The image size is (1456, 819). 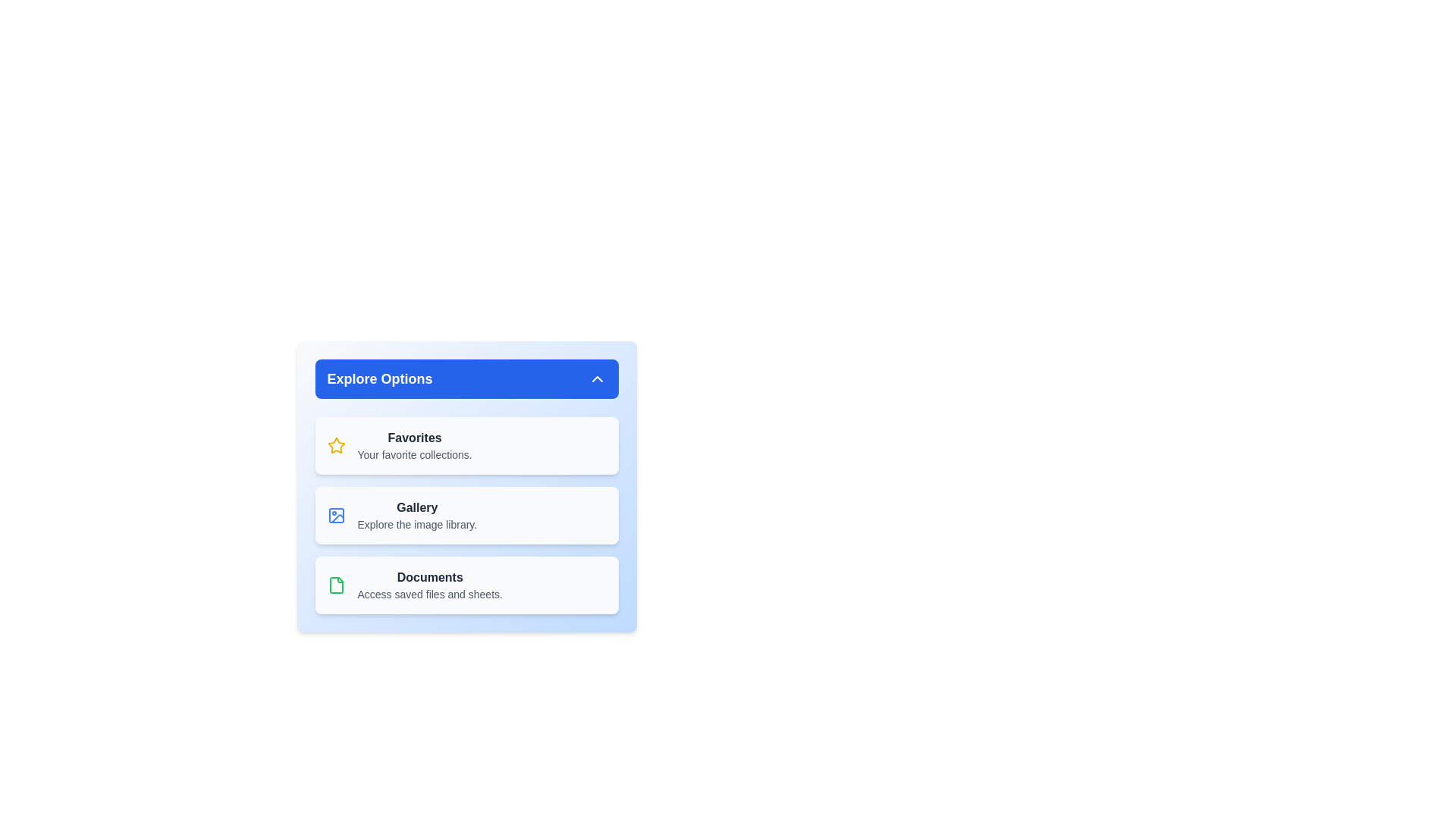 I want to click on the star icon with a yellow outline and a white center located to the left of the 'Favorites' text label in the menu under 'Explore Options', so click(x=335, y=444).